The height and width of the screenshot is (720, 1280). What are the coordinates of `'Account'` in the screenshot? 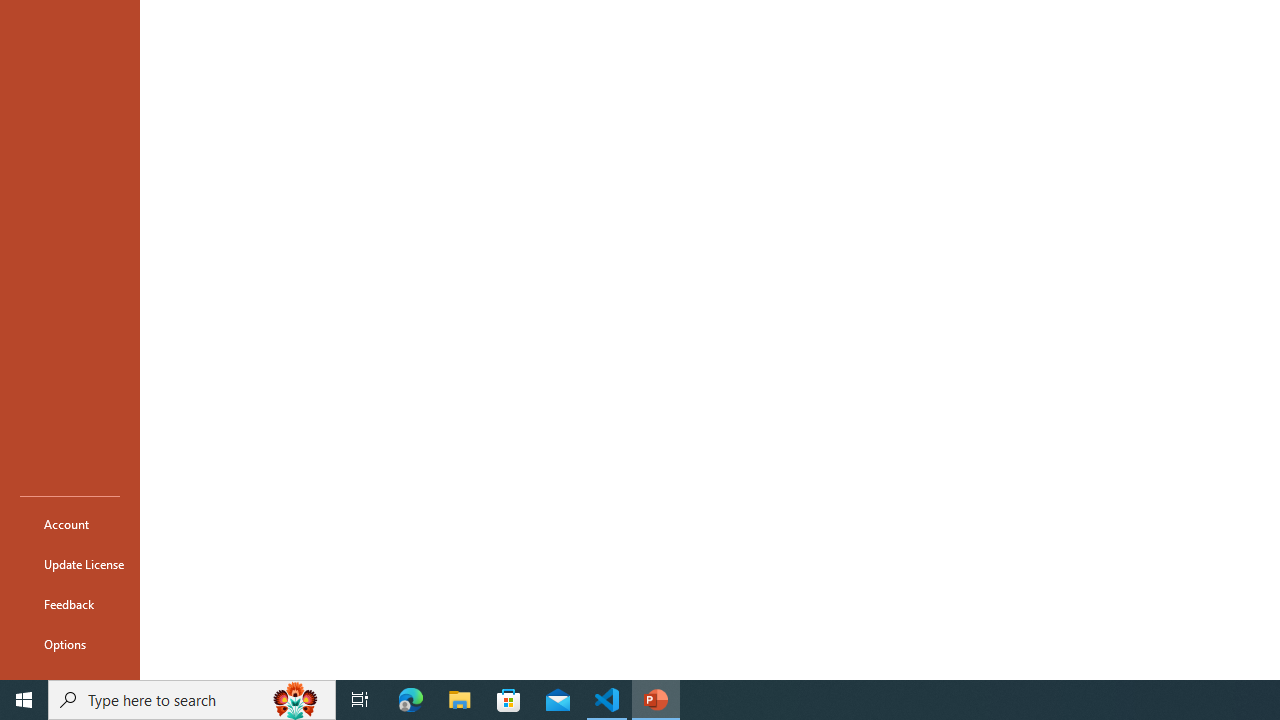 It's located at (69, 523).